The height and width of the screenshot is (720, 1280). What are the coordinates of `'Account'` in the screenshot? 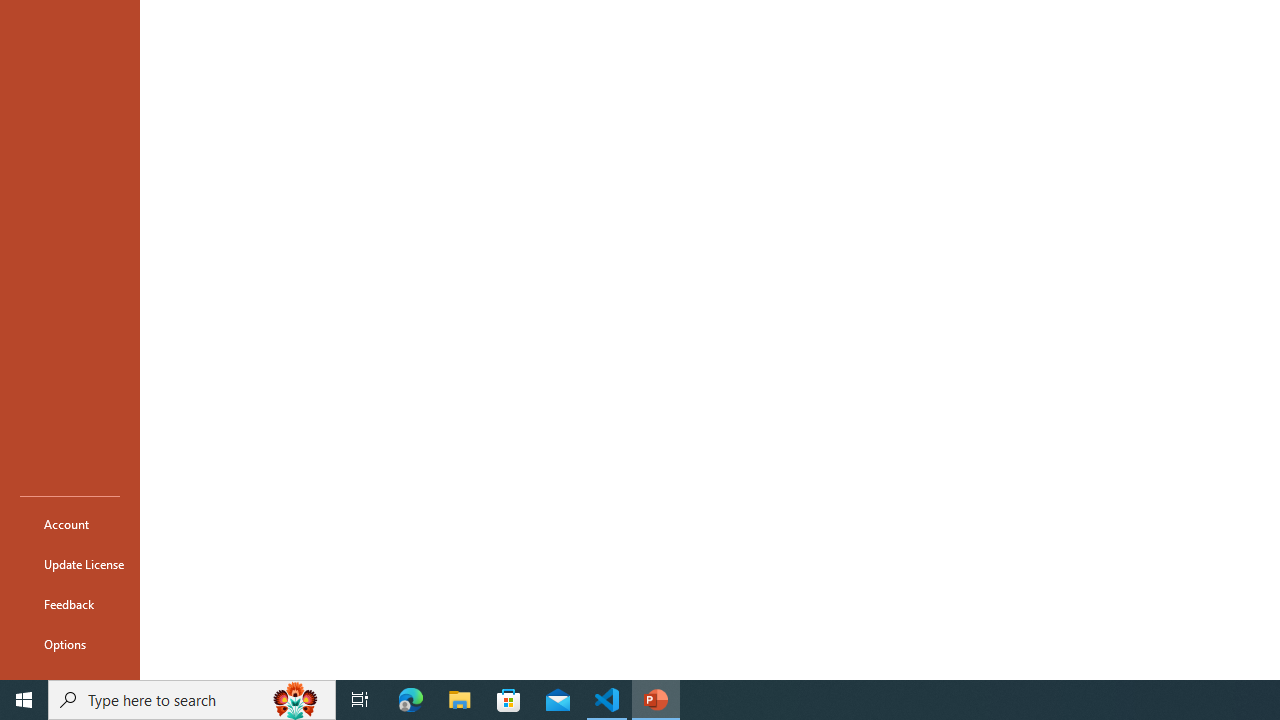 It's located at (69, 523).